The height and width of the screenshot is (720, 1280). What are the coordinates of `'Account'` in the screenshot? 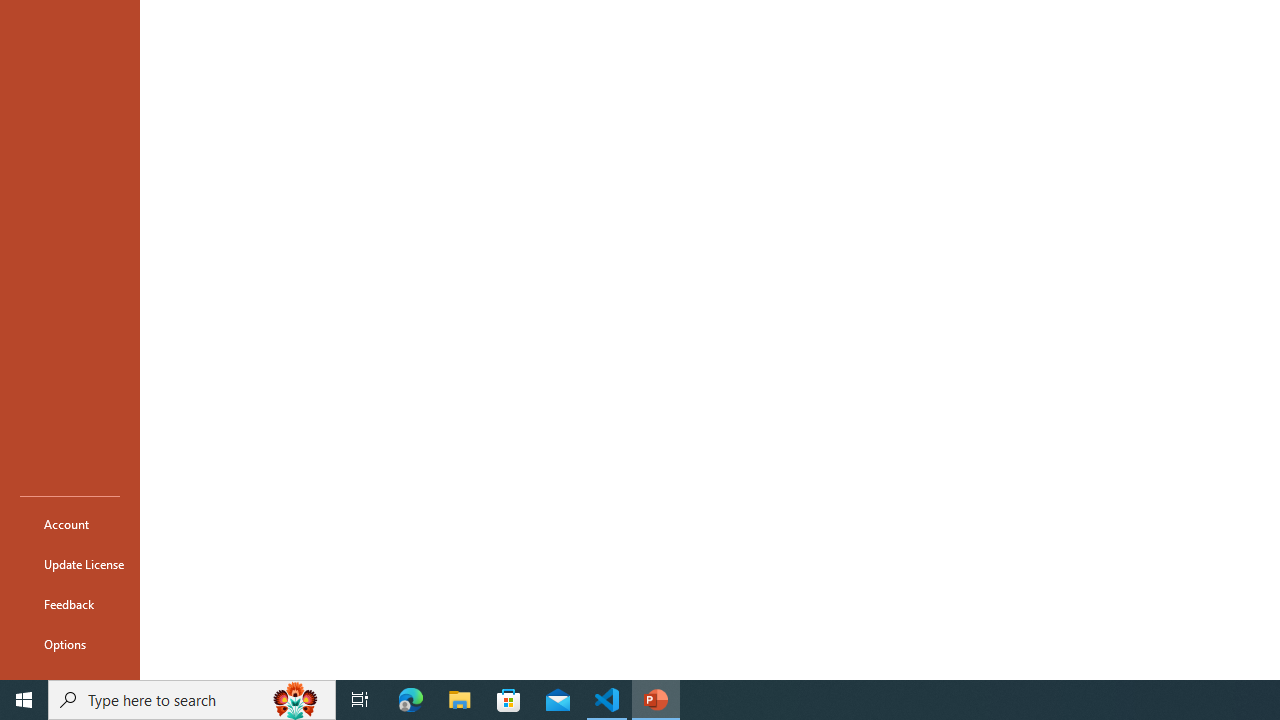 It's located at (69, 523).